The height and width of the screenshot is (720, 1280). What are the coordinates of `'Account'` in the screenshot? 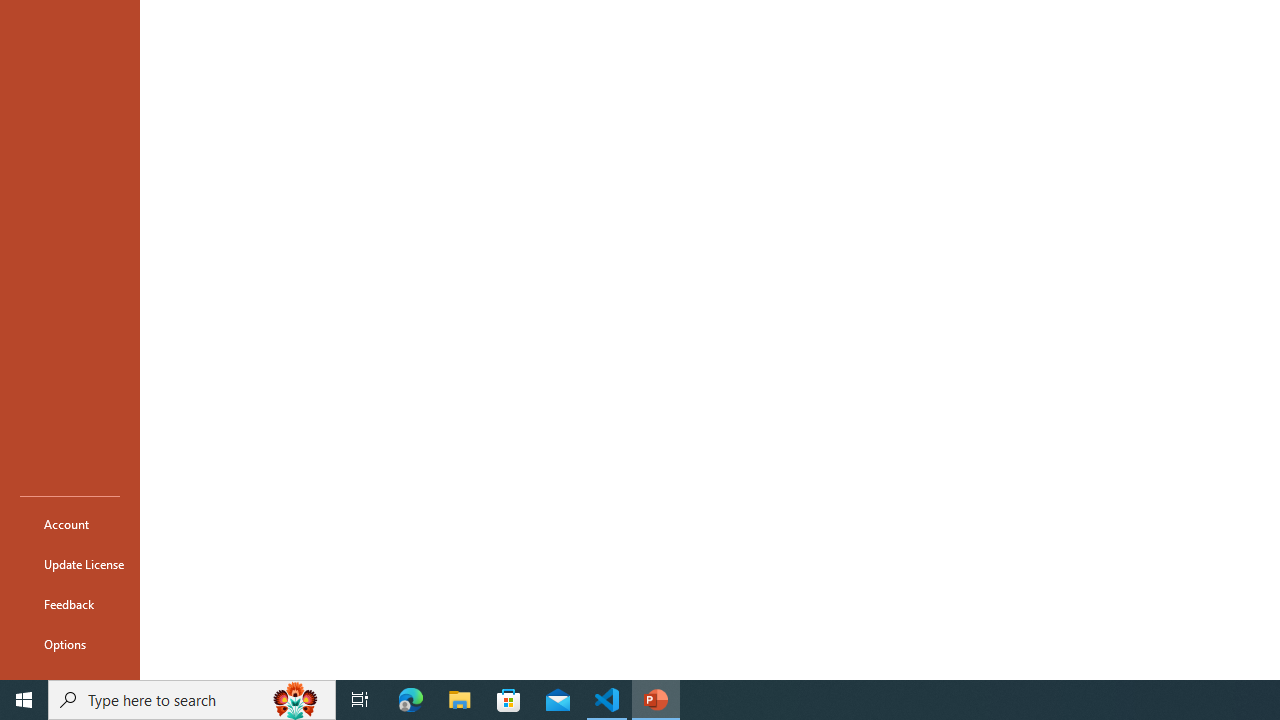 It's located at (69, 523).